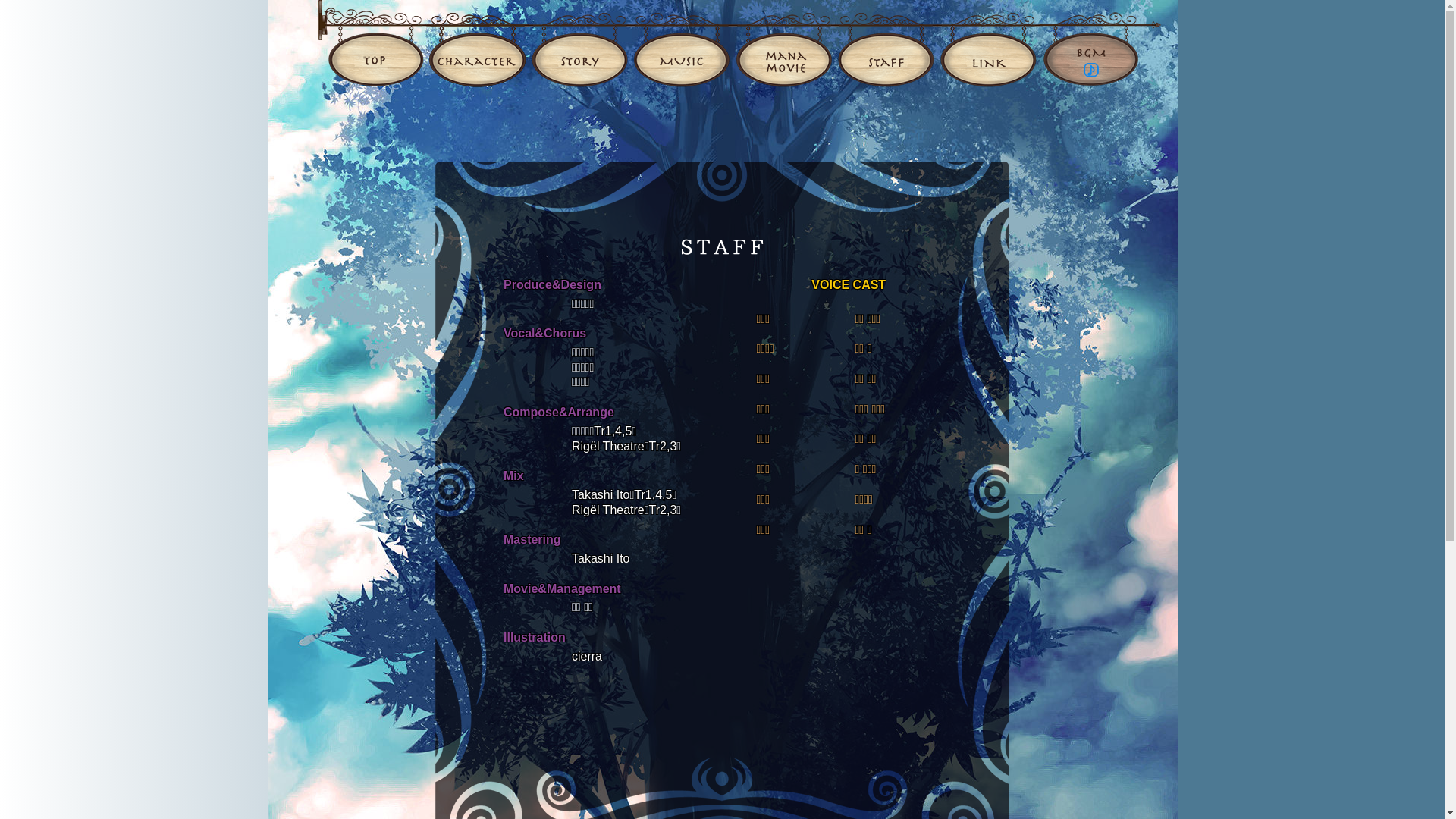  What do you see at coordinates (988, 42) in the screenshot?
I see `'LINK'` at bounding box center [988, 42].